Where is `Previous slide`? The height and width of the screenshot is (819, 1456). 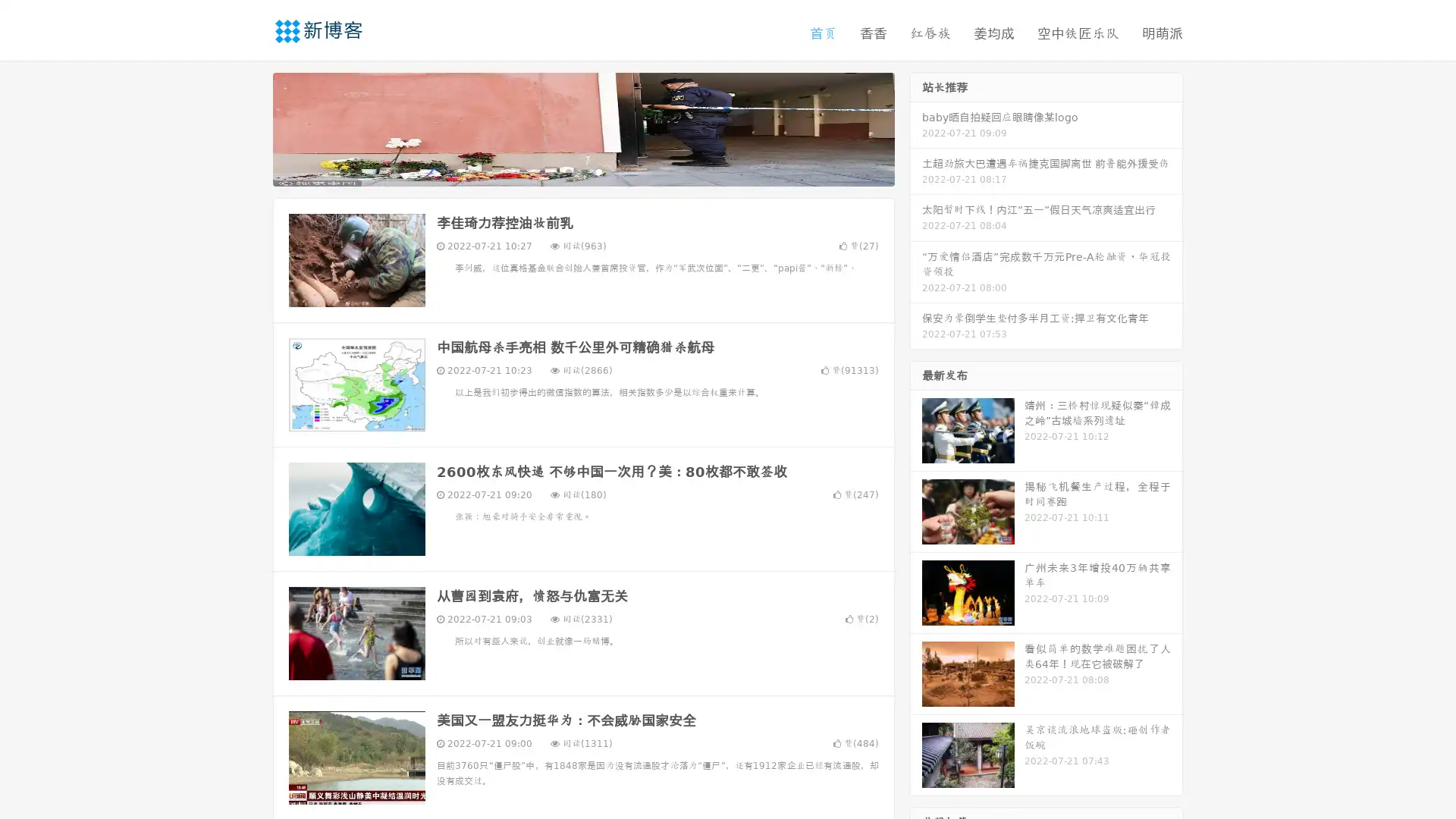 Previous slide is located at coordinates (250, 127).